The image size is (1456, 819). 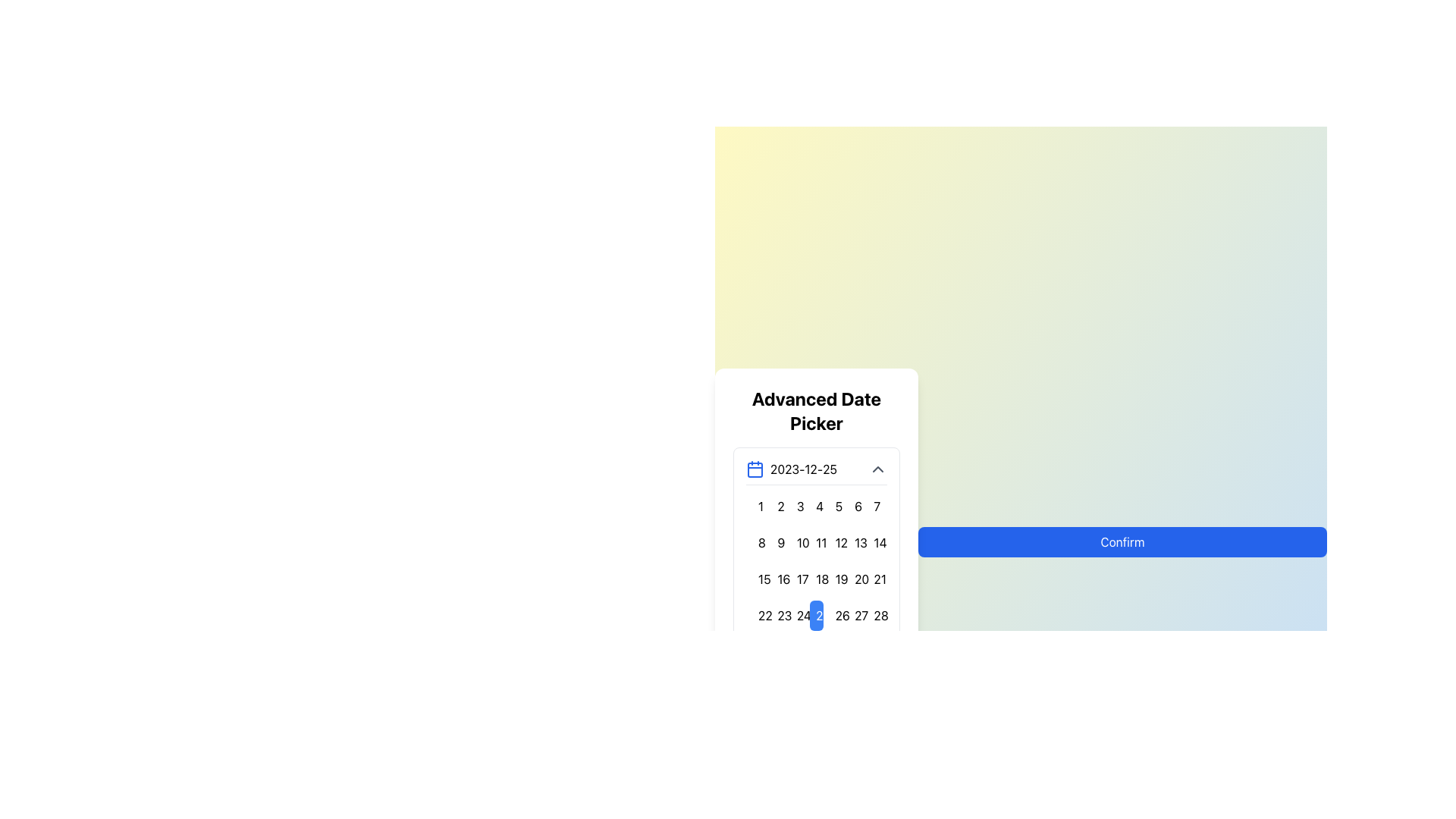 I want to click on the Date Picker Header, so click(x=814, y=467).